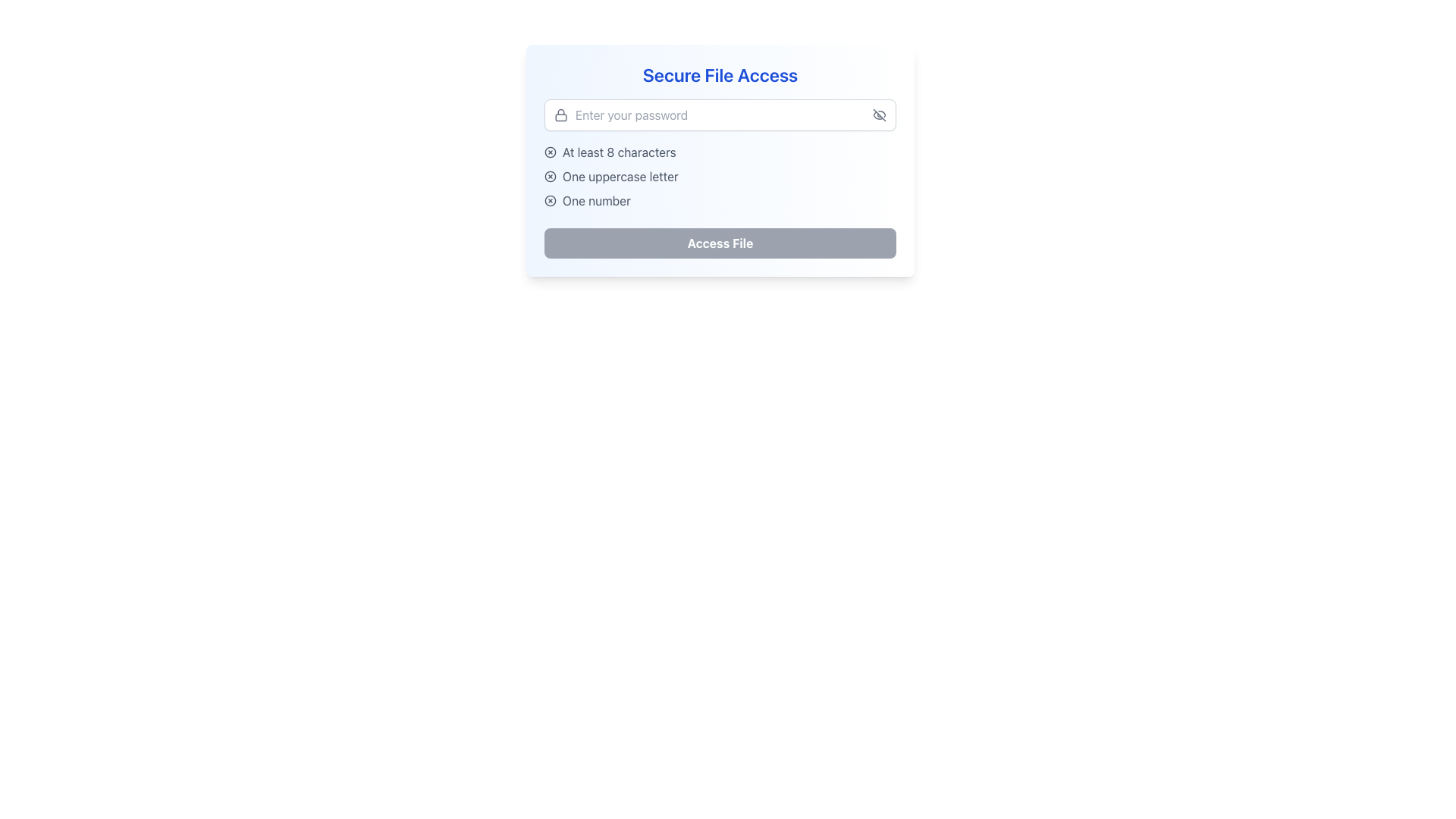  What do you see at coordinates (720, 75) in the screenshot?
I see `header text located at the top of the card with a gradient blue to white background to understand its main purpose or feature` at bounding box center [720, 75].